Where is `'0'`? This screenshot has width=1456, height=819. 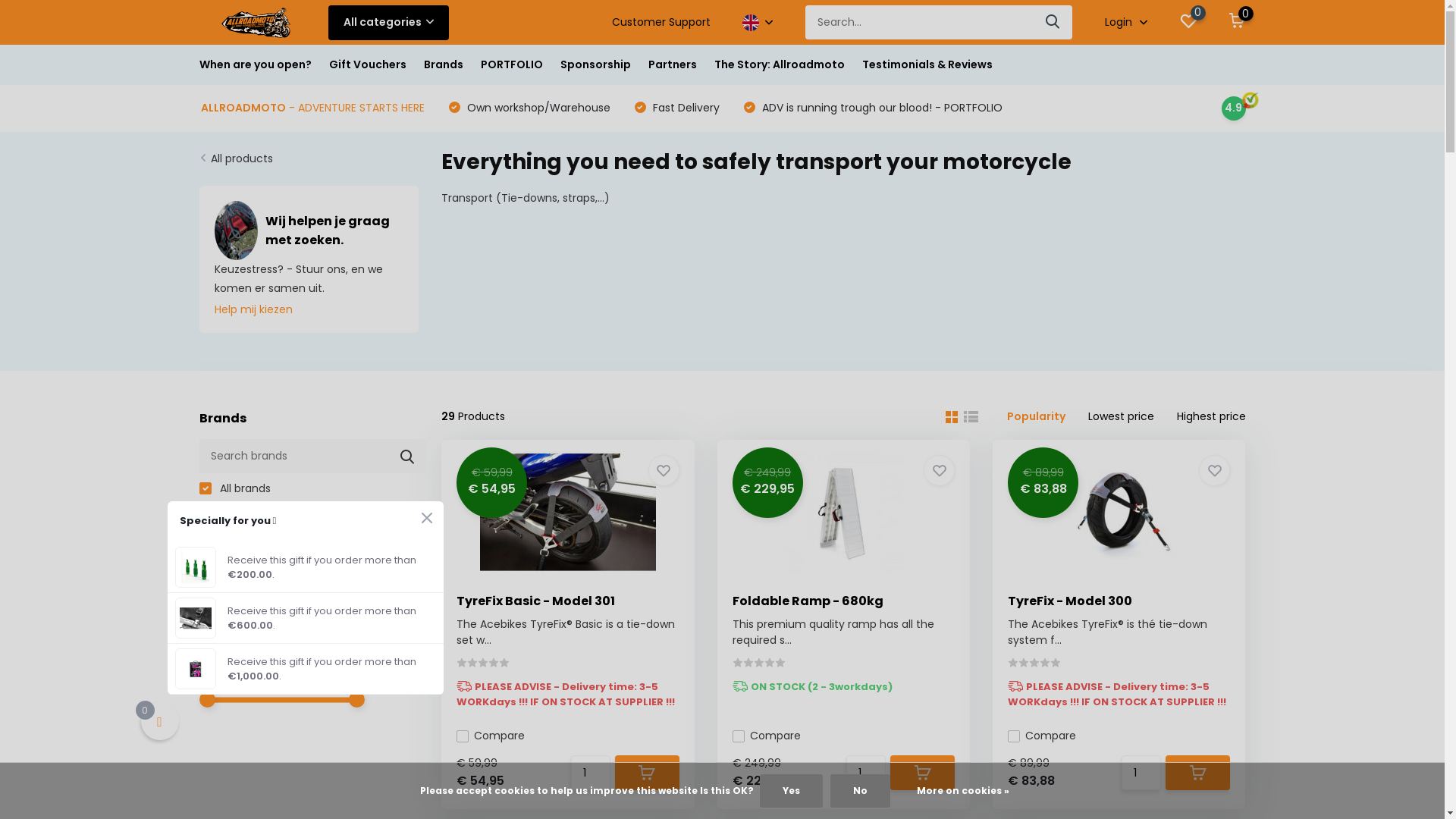
'0' is located at coordinates (1187, 23).